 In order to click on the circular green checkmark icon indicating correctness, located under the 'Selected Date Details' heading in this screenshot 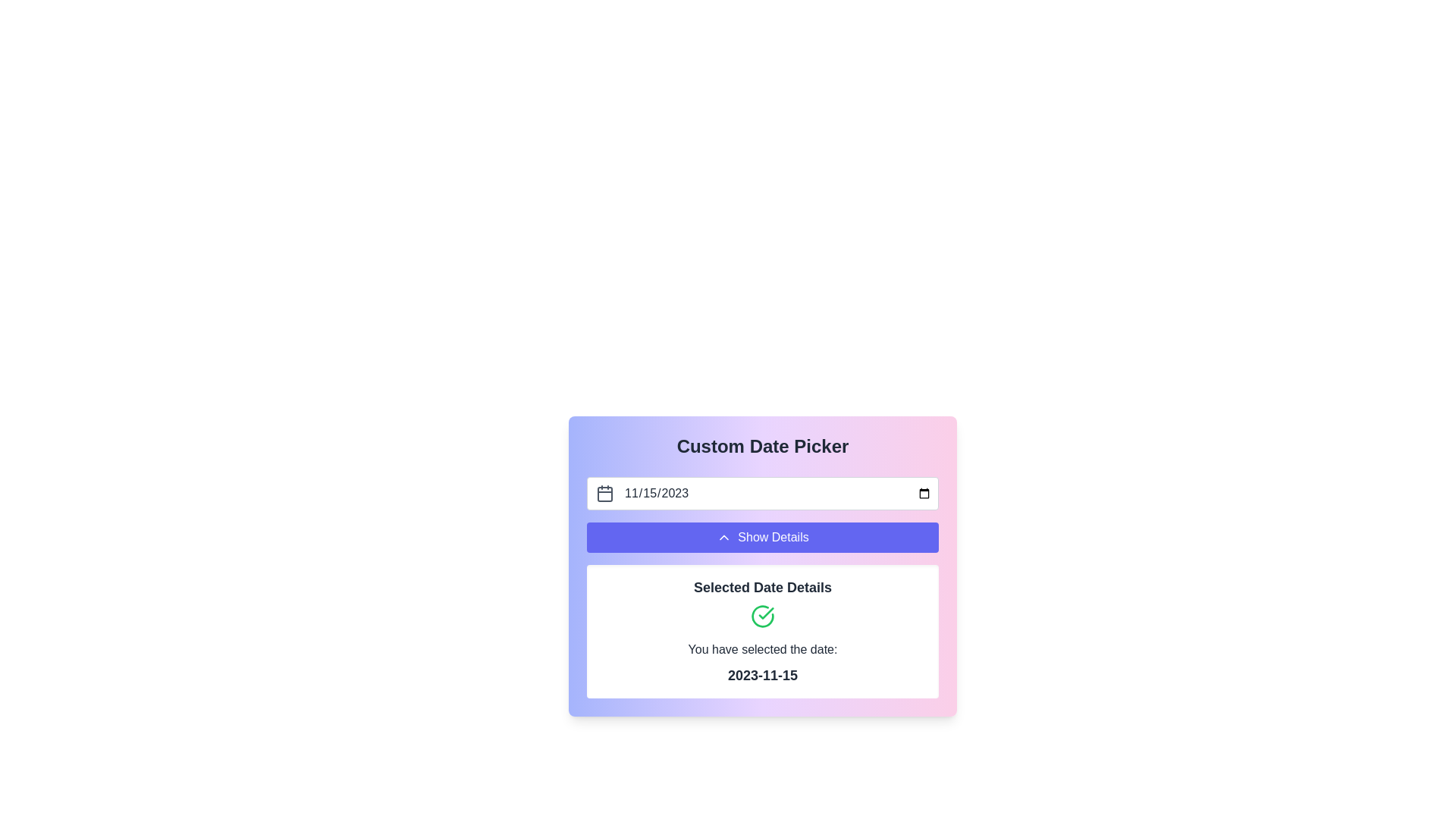, I will do `click(763, 617)`.